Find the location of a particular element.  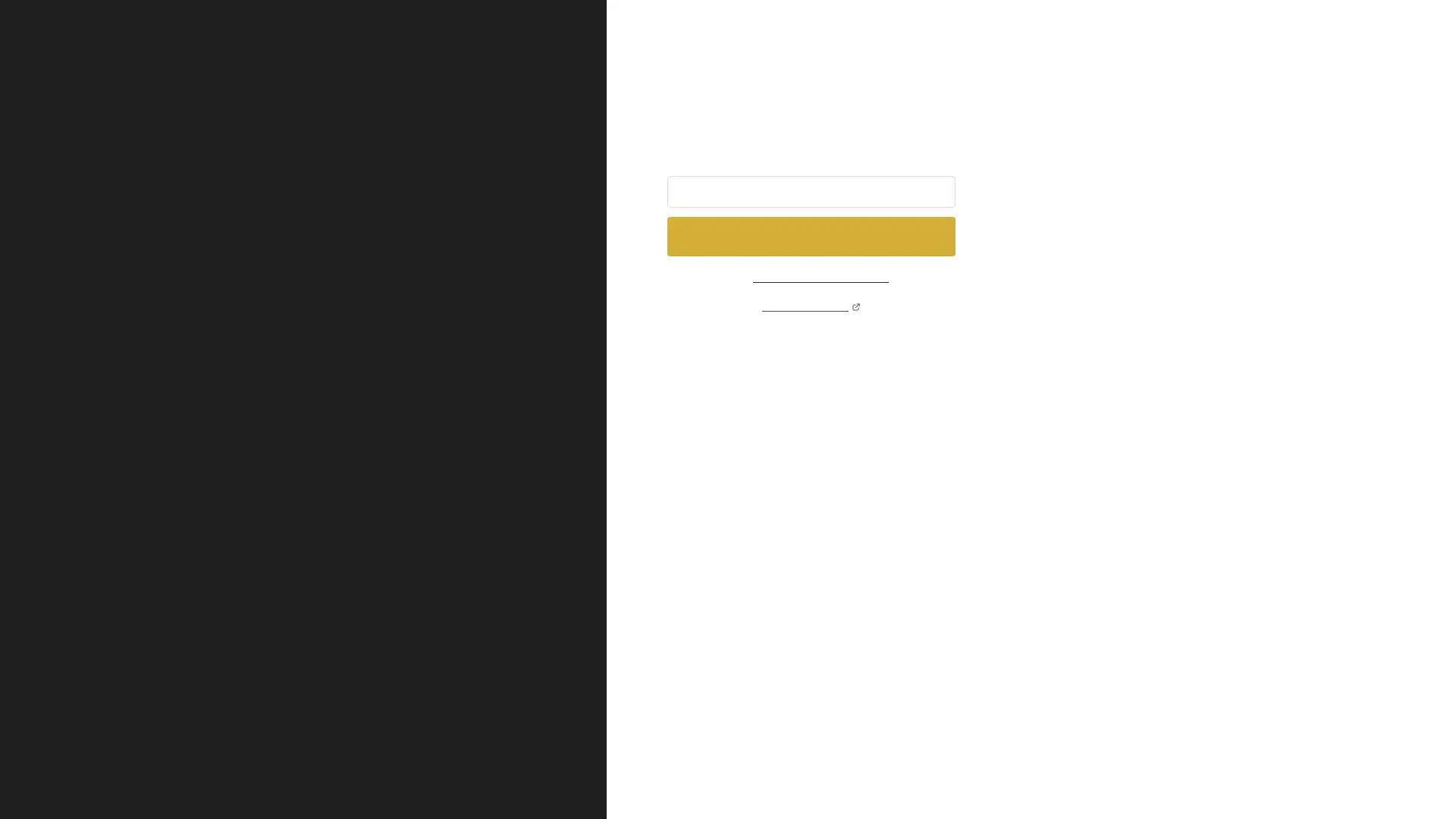

Send sign in link is located at coordinates (811, 237).